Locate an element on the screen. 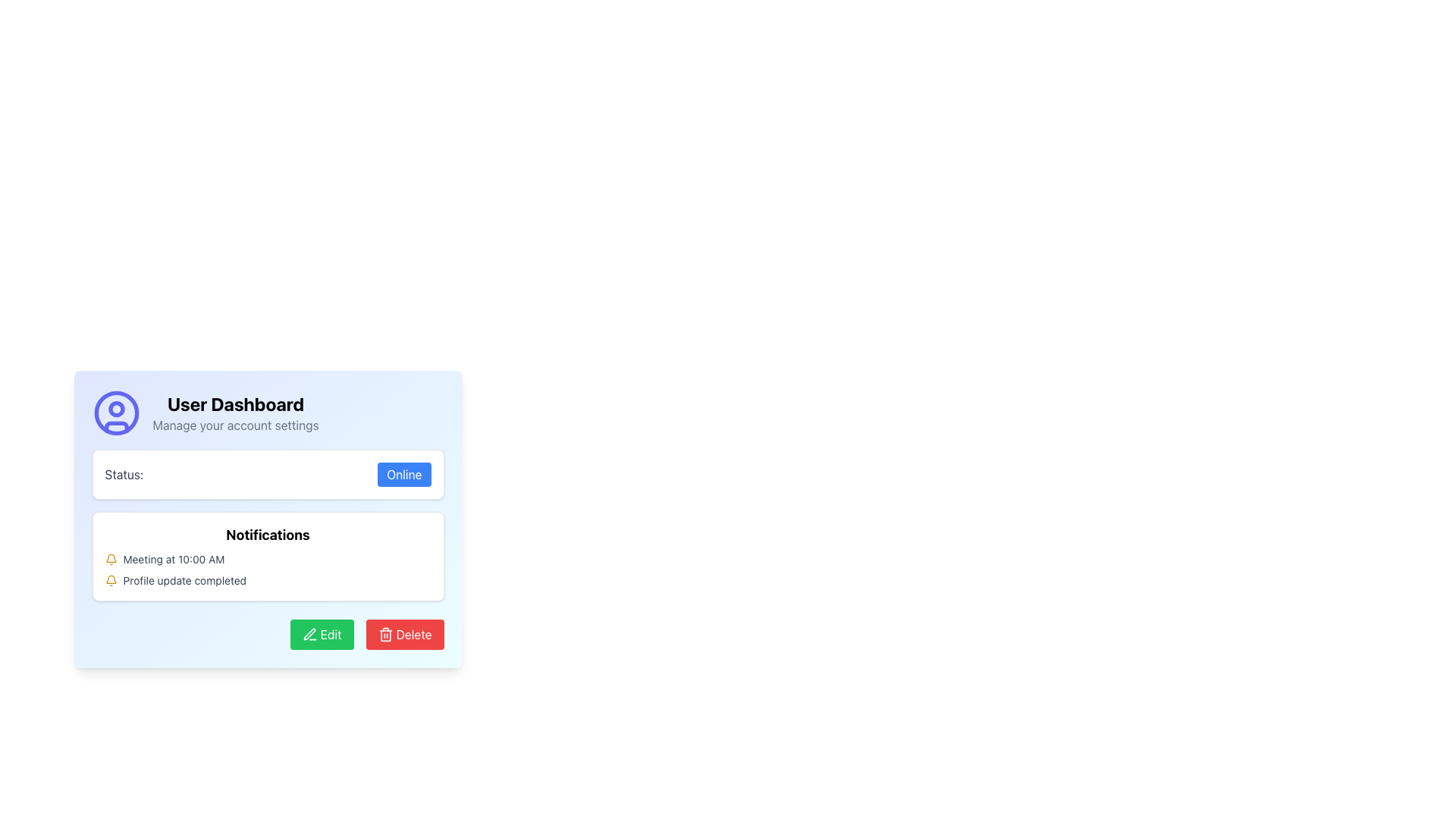 The height and width of the screenshot is (819, 1456). the main heading text label that indicates the purpose of the section, which is positioned at the top-left quadrant of a card-like structure is located at coordinates (235, 403).